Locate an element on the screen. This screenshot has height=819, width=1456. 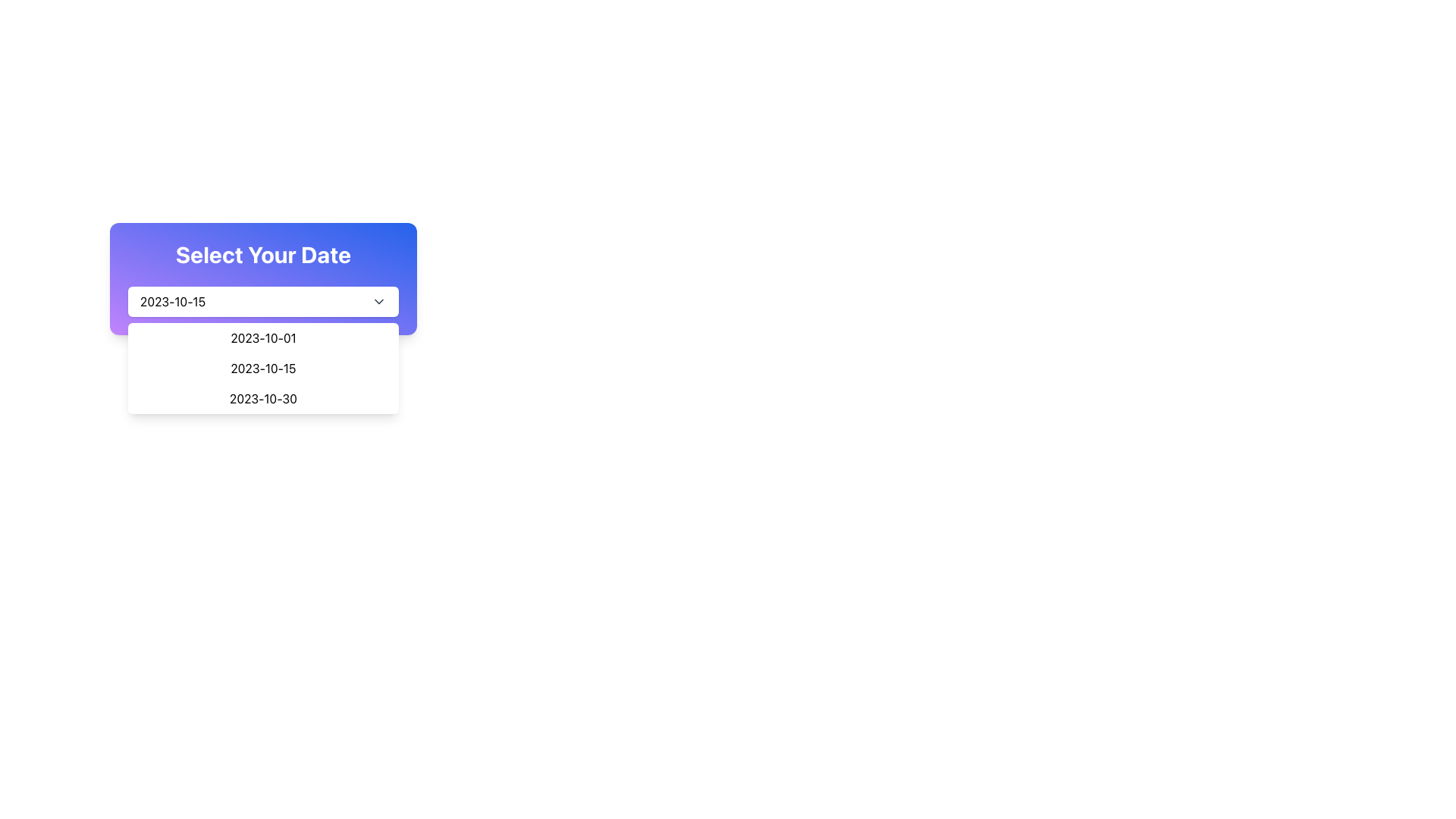
the dropdown menu labeled '2023-10-15' is located at coordinates (263, 301).